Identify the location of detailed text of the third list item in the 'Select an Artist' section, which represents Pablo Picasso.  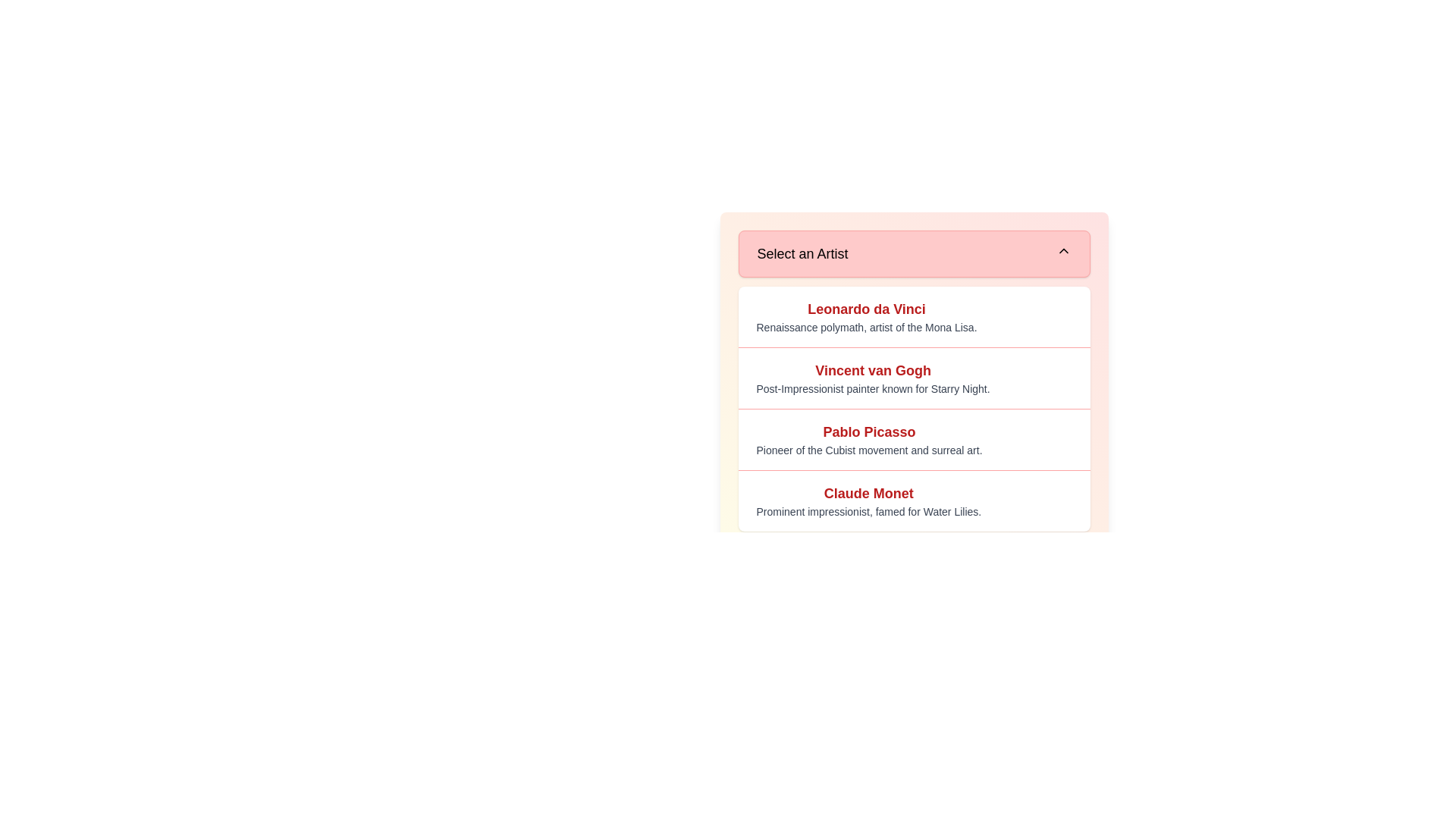
(913, 439).